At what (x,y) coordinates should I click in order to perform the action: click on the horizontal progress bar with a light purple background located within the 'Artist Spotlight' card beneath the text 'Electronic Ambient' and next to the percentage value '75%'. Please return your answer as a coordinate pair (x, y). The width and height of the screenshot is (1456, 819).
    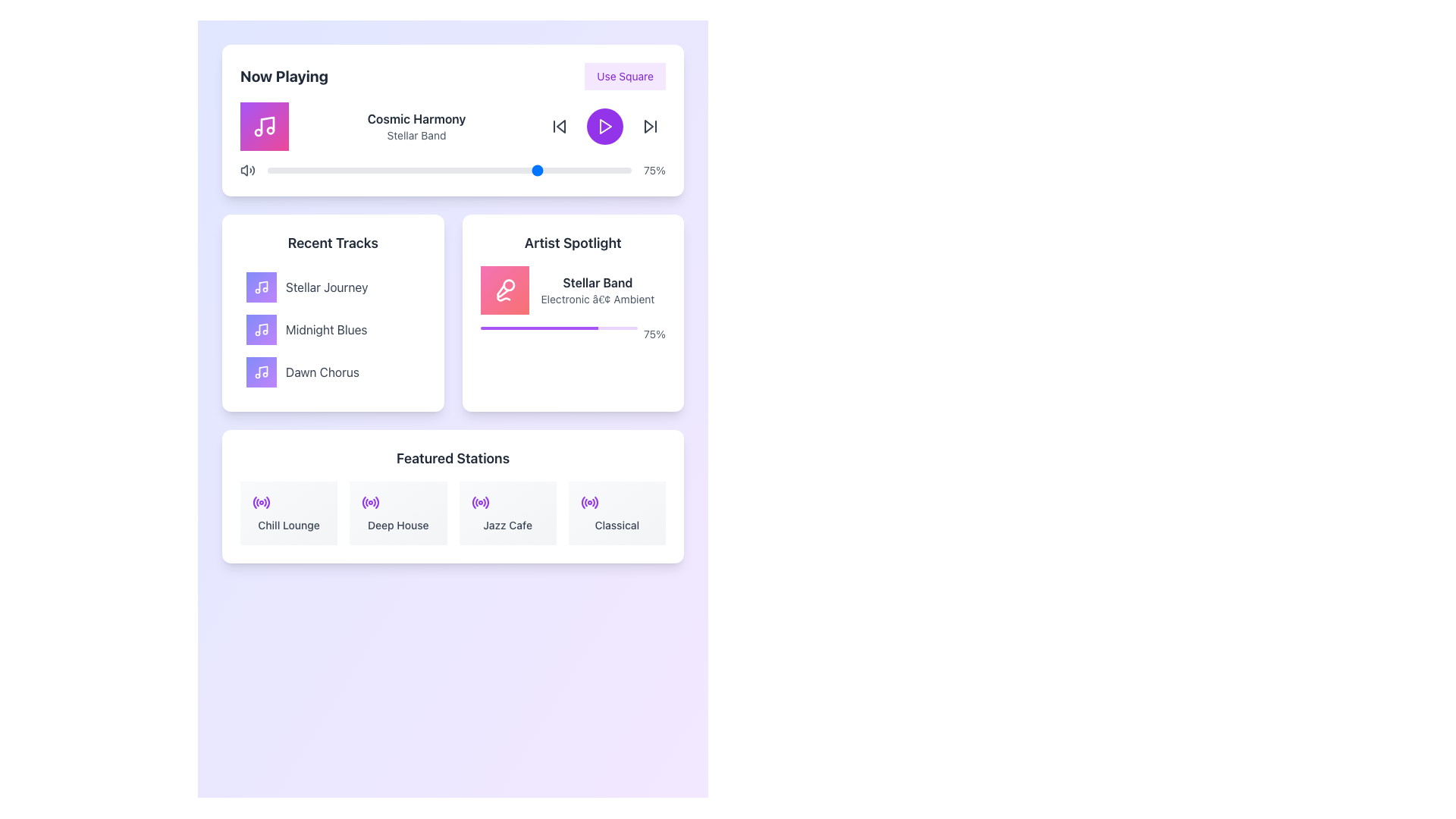
    Looking at the image, I should click on (558, 327).